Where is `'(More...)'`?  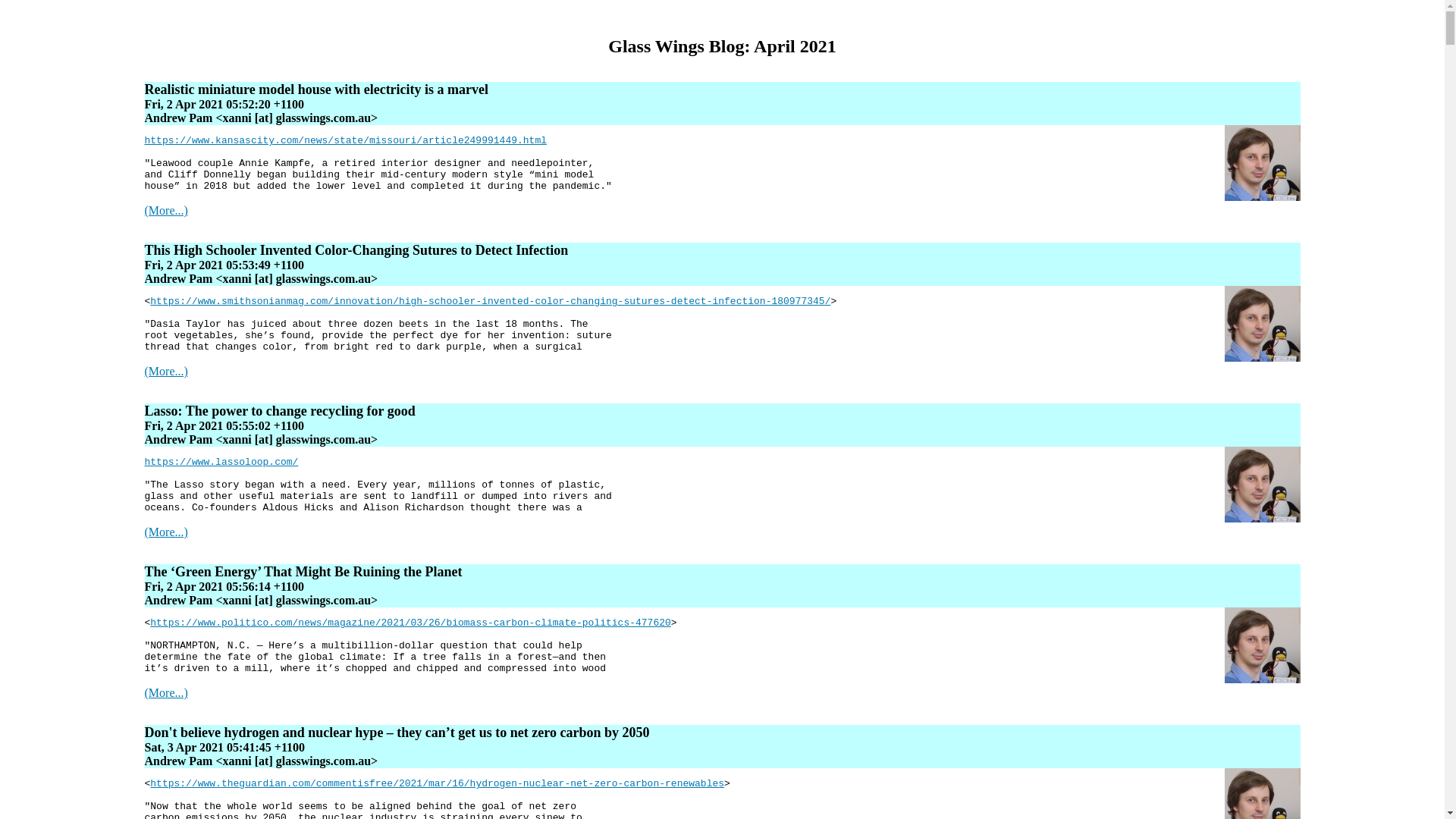 '(More...)' is located at coordinates (165, 692).